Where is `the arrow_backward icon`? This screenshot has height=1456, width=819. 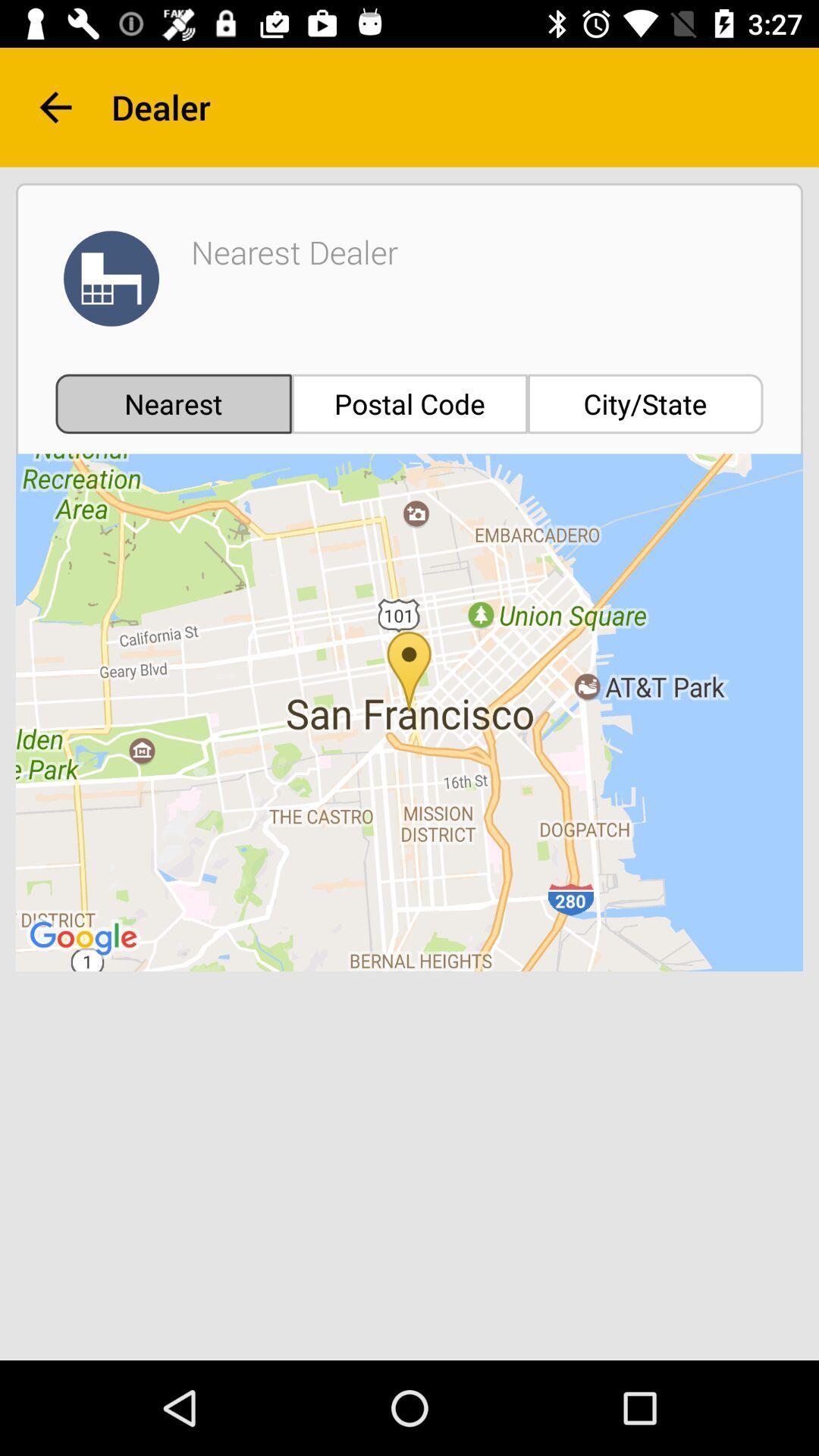 the arrow_backward icon is located at coordinates (55, 106).